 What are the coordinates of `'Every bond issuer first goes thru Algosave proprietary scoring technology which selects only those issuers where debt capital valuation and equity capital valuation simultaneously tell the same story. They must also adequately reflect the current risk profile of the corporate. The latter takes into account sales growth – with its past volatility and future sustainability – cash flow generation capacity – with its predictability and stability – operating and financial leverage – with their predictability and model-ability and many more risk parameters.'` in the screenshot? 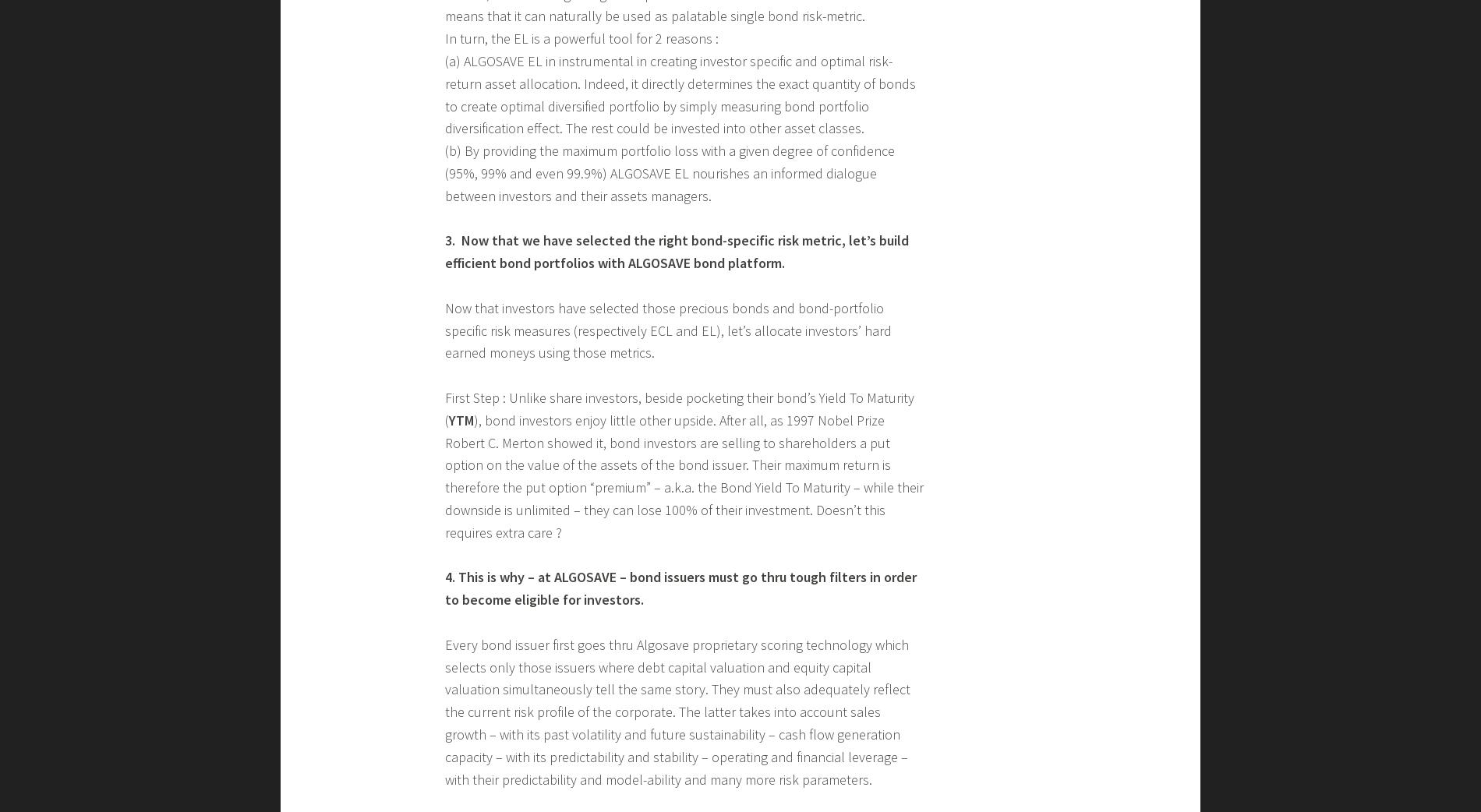 It's located at (677, 711).